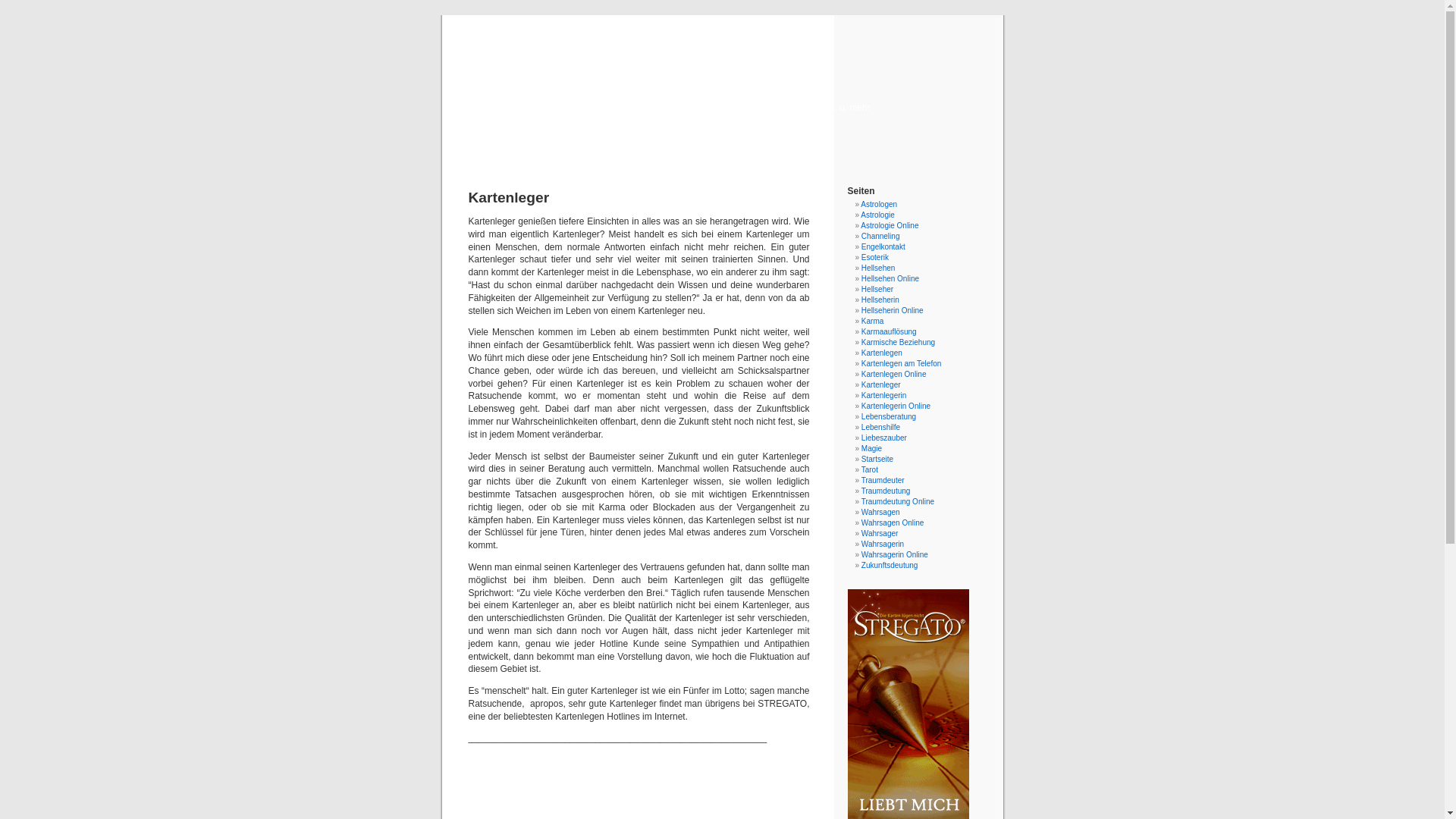 This screenshot has height=819, width=1456. Describe the element at coordinates (884, 438) in the screenshot. I see `'Liebeszauber'` at that location.